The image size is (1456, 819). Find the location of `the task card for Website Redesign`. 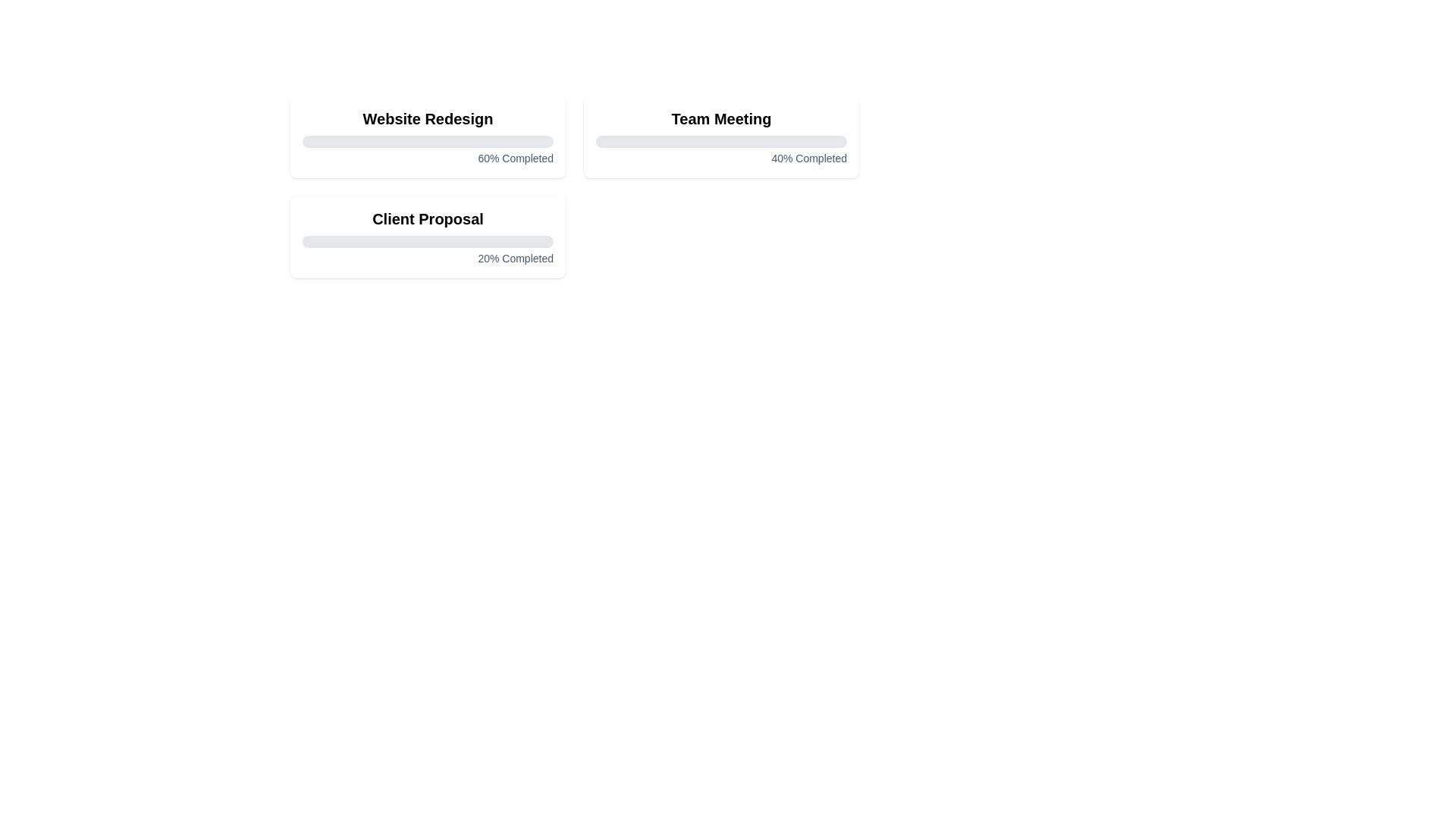

the task card for Website Redesign is located at coordinates (427, 137).